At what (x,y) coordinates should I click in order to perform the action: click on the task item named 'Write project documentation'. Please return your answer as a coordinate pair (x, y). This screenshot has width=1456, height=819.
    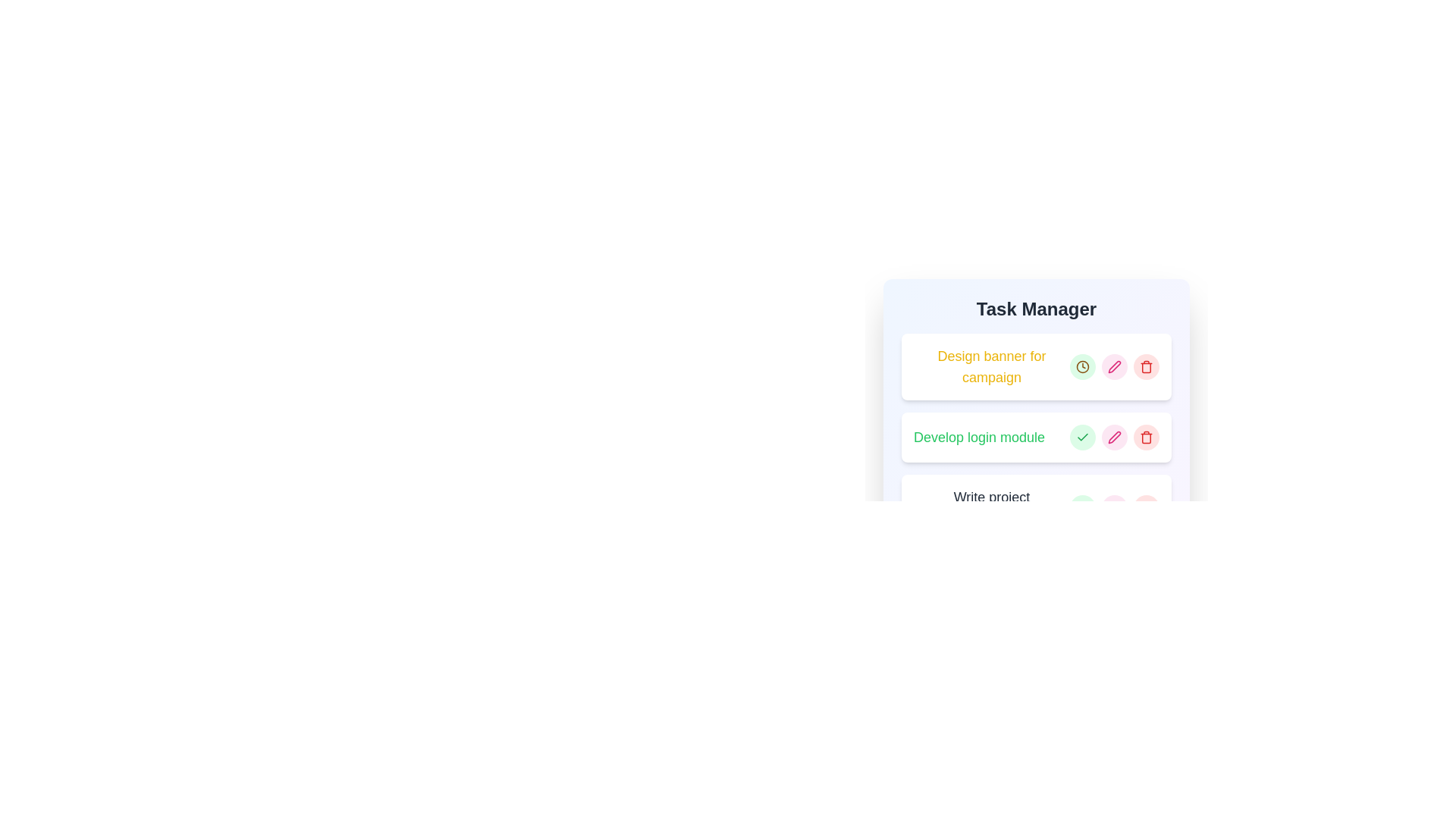
    Looking at the image, I should click on (1036, 508).